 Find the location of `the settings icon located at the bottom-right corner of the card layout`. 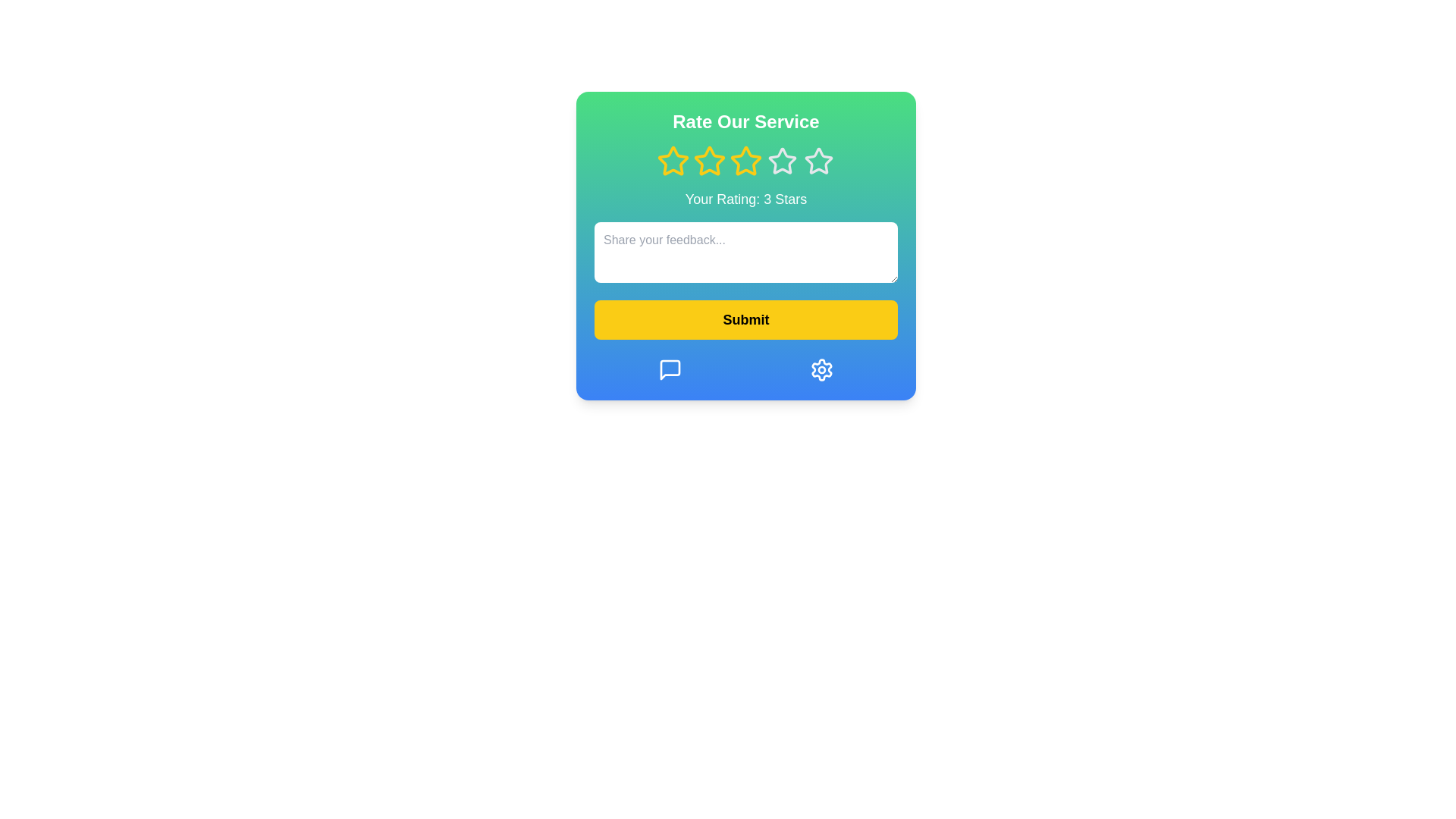

the settings icon located at the bottom-right corner of the card layout is located at coordinates (821, 370).